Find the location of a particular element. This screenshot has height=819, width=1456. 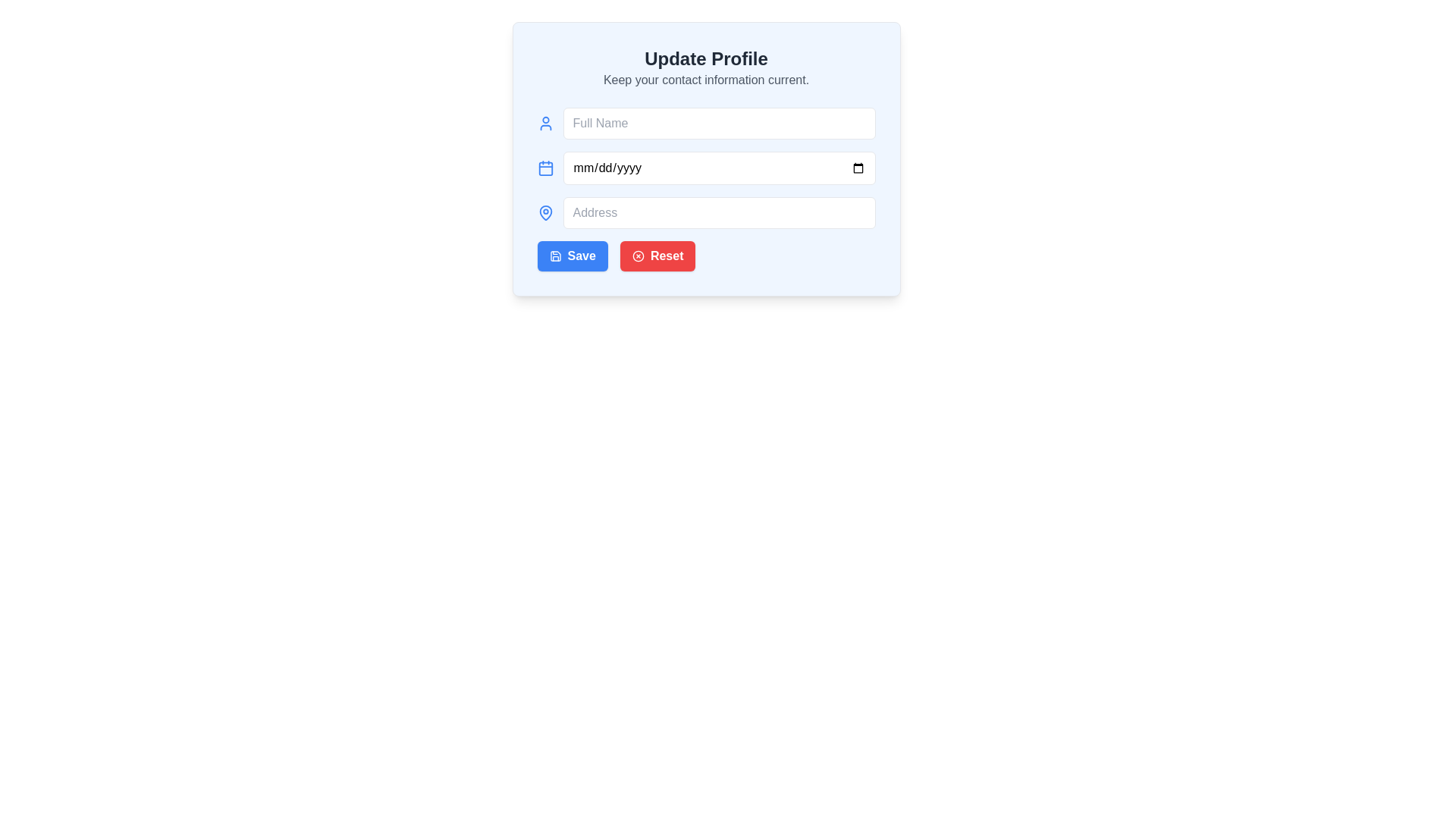

the address input field, which is the third input field from the top, located below the 'Full Name' and 'Date of Birth' fields, to provide visual feedback is located at coordinates (705, 213).